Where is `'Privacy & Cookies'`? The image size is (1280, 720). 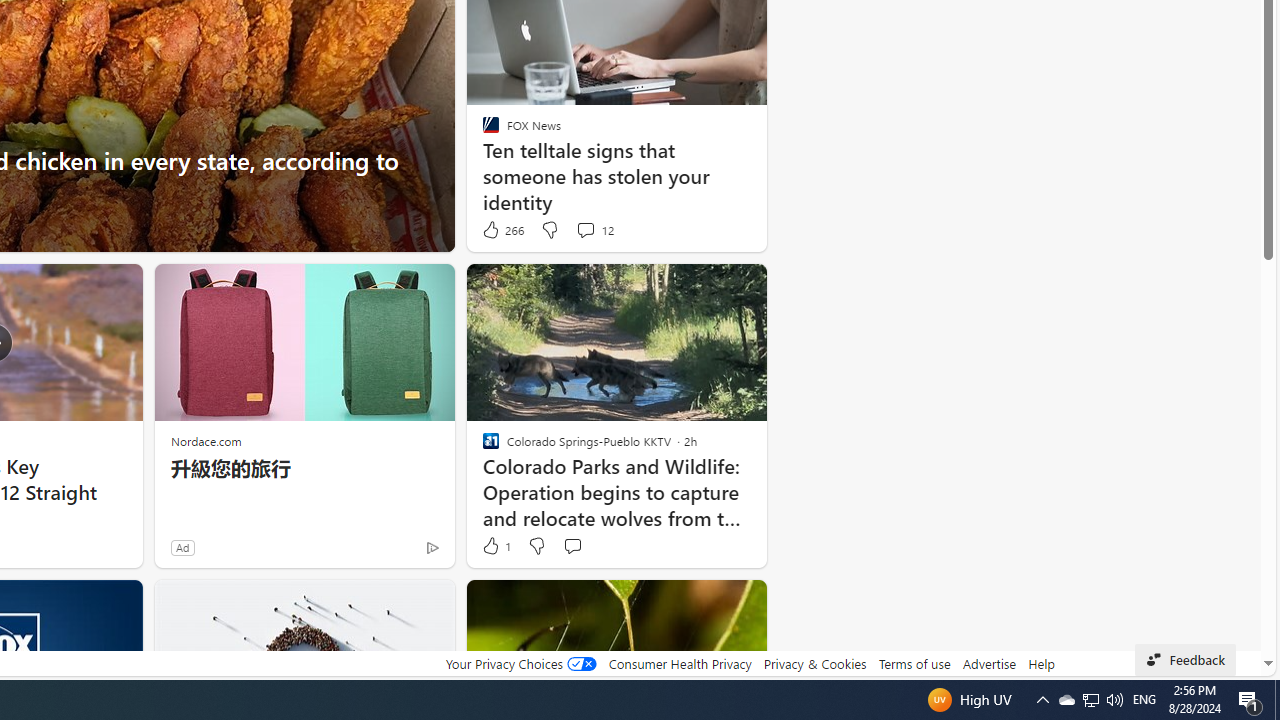
'Privacy & Cookies' is located at coordinates (814, 663).